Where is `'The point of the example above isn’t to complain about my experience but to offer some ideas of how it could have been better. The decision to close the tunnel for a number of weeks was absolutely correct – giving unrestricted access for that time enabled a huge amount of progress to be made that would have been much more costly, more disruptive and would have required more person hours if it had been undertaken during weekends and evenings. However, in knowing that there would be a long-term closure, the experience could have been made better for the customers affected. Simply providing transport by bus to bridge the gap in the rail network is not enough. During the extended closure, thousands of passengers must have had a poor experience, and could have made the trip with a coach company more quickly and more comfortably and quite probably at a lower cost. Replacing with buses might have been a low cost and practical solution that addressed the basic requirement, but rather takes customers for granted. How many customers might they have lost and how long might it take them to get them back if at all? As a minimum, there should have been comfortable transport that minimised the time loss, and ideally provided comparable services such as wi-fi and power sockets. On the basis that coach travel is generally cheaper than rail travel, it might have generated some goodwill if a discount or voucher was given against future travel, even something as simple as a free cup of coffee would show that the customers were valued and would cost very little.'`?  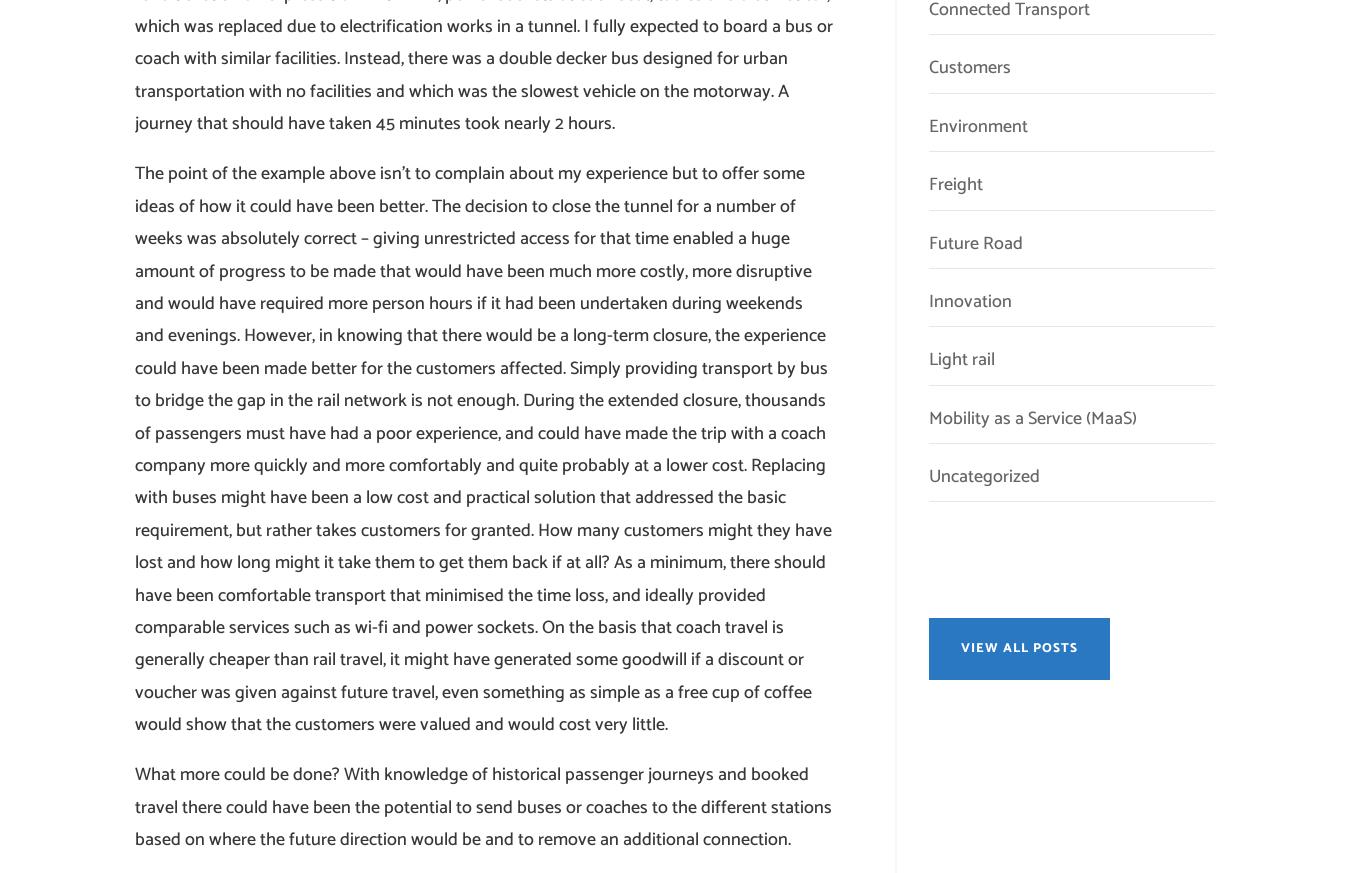 'The point of the example above isn’t to complain about my experience but to offer some ideas of how it could have been better. The decision to close the tunnel for a number of weeks was absolutely correct – giving unrestricted access for that time enabled a huge amount of progress to be made that would have been much more costly, more disruptive and would have required more person hours if it had been undertaken during weekends and evenings. However, in knowing that there would be a long-term closure, the experience could have been made better for the customers affected. Simply providing transport by bus to bridge the gap in the rail network is not enough. During the extended closure, thousands of passengers must have had a poor experience, and could have made the trip with a coach company more quickly and more comfortably and quite probably at a lower cost. Replacing with buses might have been a low cost and practical solution that addressed the basic requirement, but rather takes customers for granted. How many customers might they have lost and how long might it take them to get them back if at all? As a minimum, there should have been comfortable transport that minimised the time loss, and ideally provided comparable services such as wi-fi and power sockets. On the basis that coach travel is generally cheaper than rail travel, it might have generated some goodwill if a discount or voucher was given against future travel, even something as simple as a free cup of coffee would show that the customers were valued and would cost very little.' is located at coordinates (482, 449).